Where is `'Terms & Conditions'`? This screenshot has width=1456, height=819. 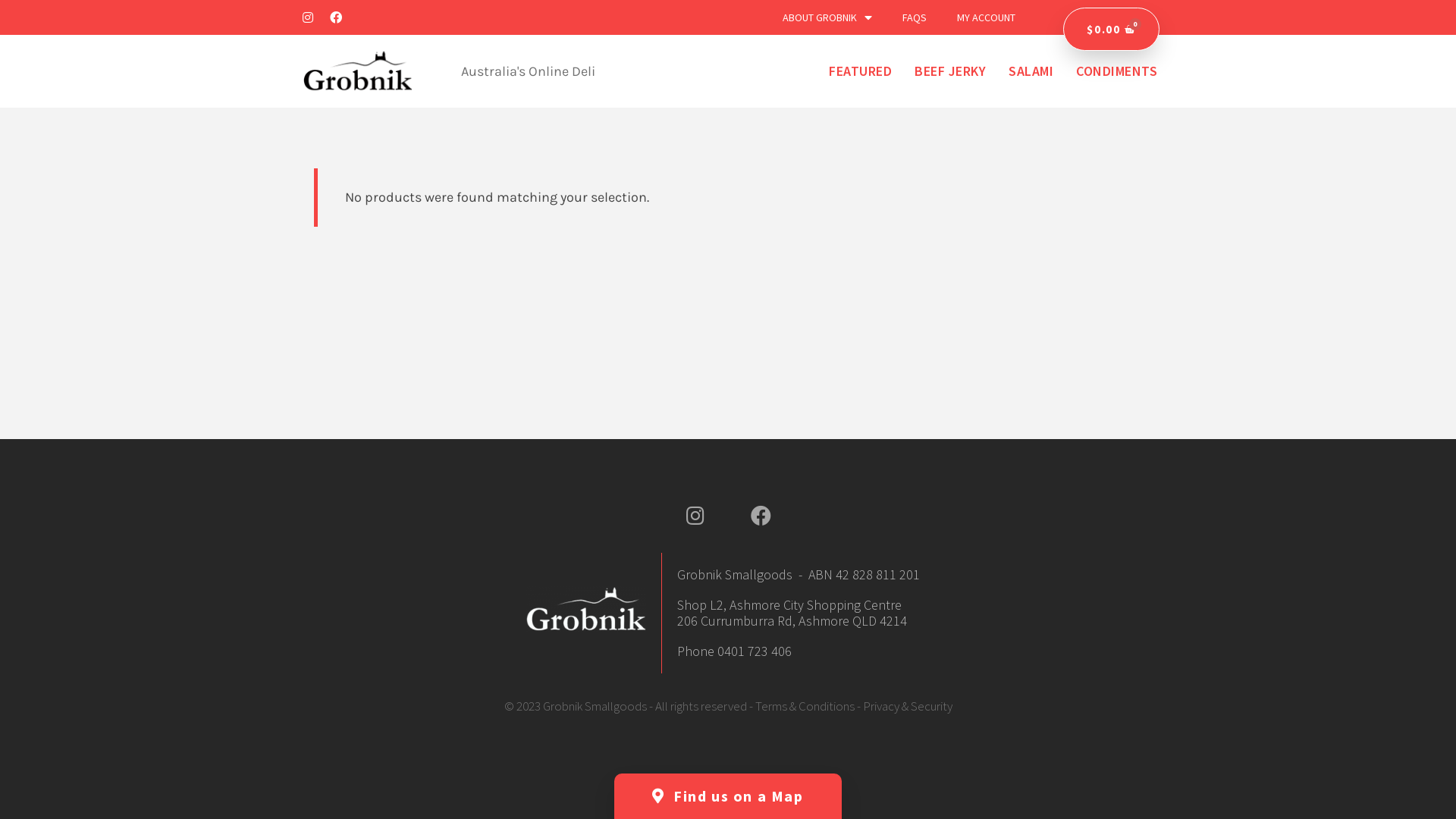
'Terms & Conditions' is located at coordinates (755, 705).